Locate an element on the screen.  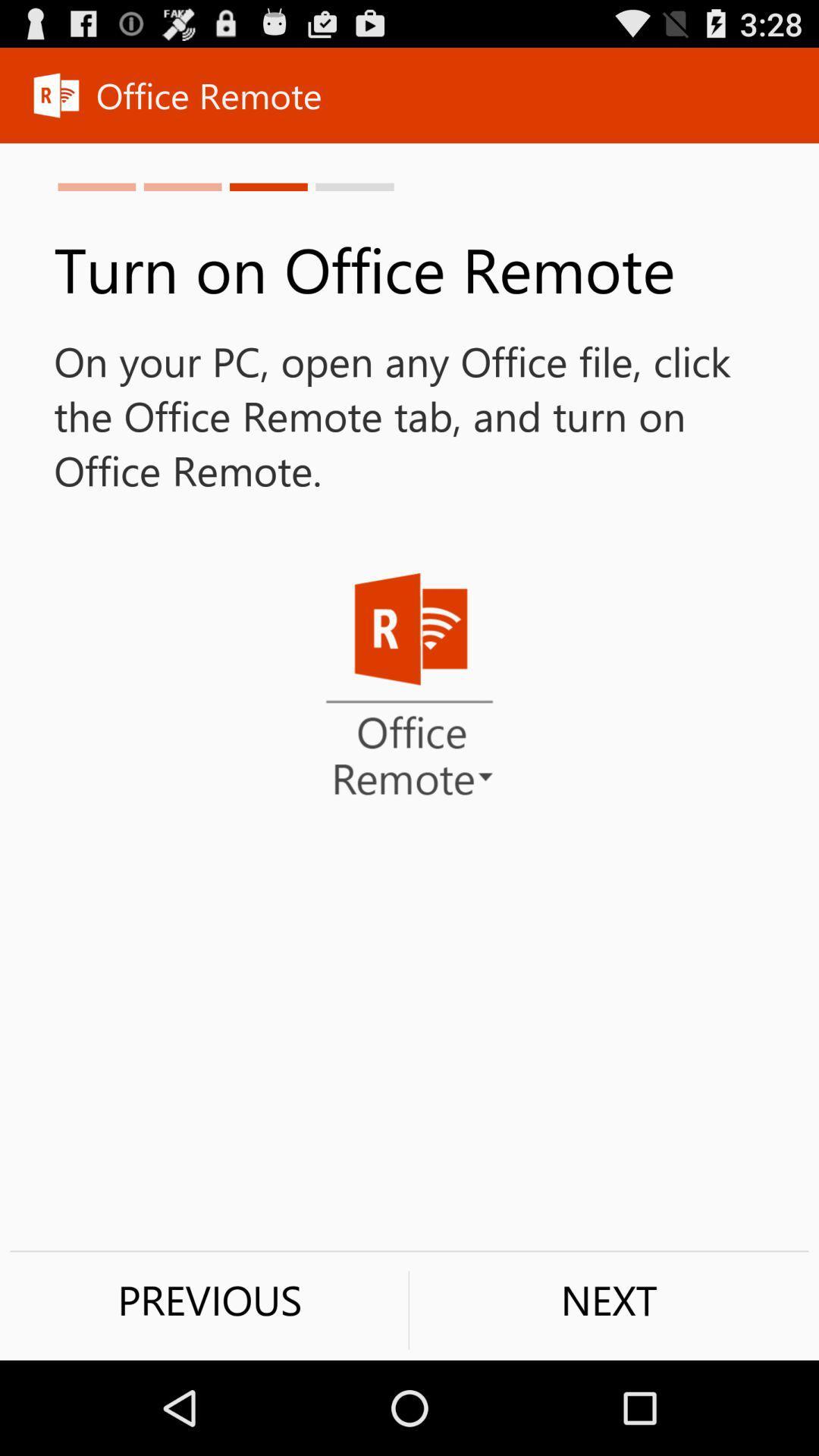
item to the left of next item is located at coordinates (209, 1299).